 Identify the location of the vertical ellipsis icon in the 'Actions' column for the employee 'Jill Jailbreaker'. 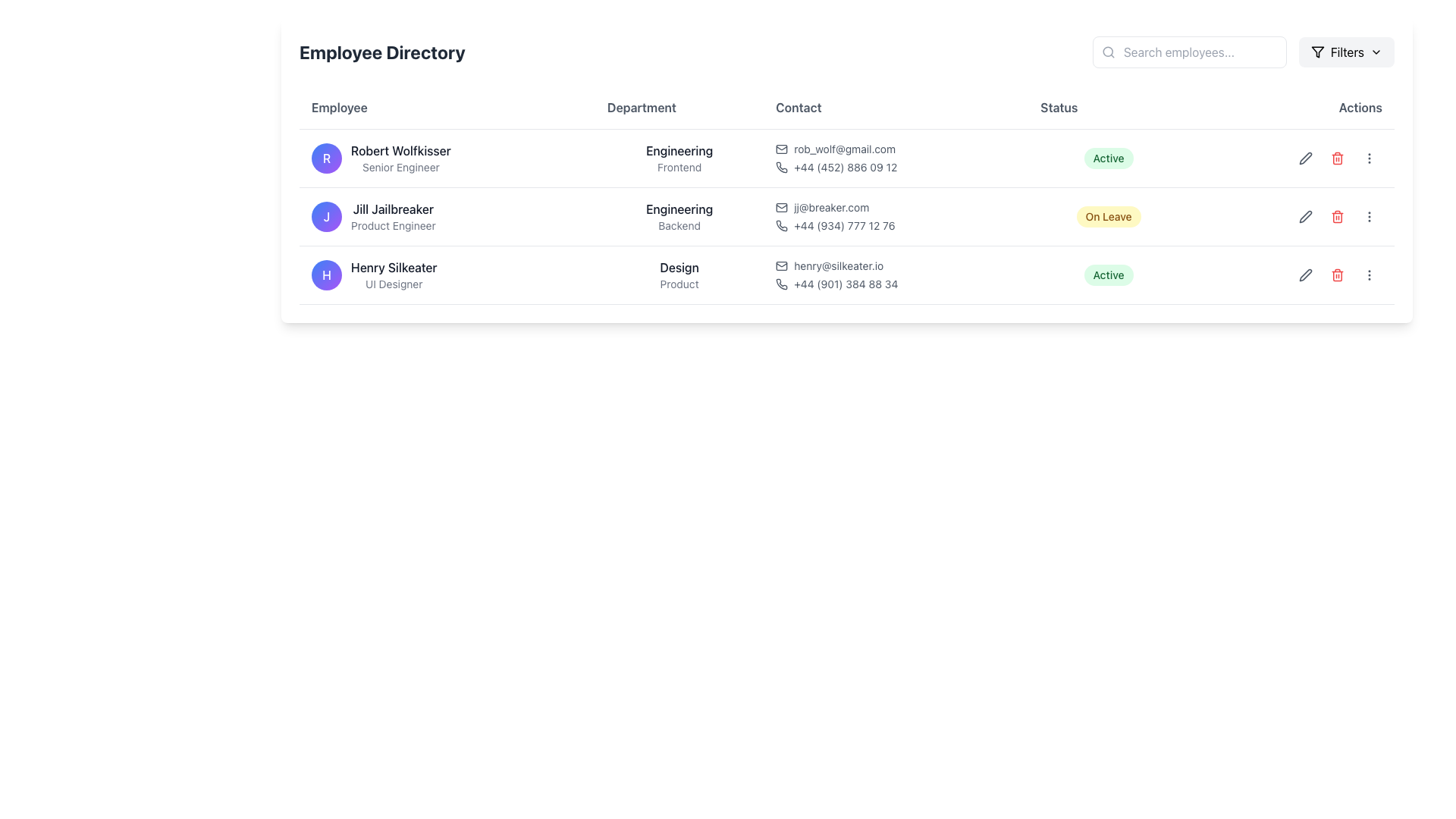
(1369, 216).